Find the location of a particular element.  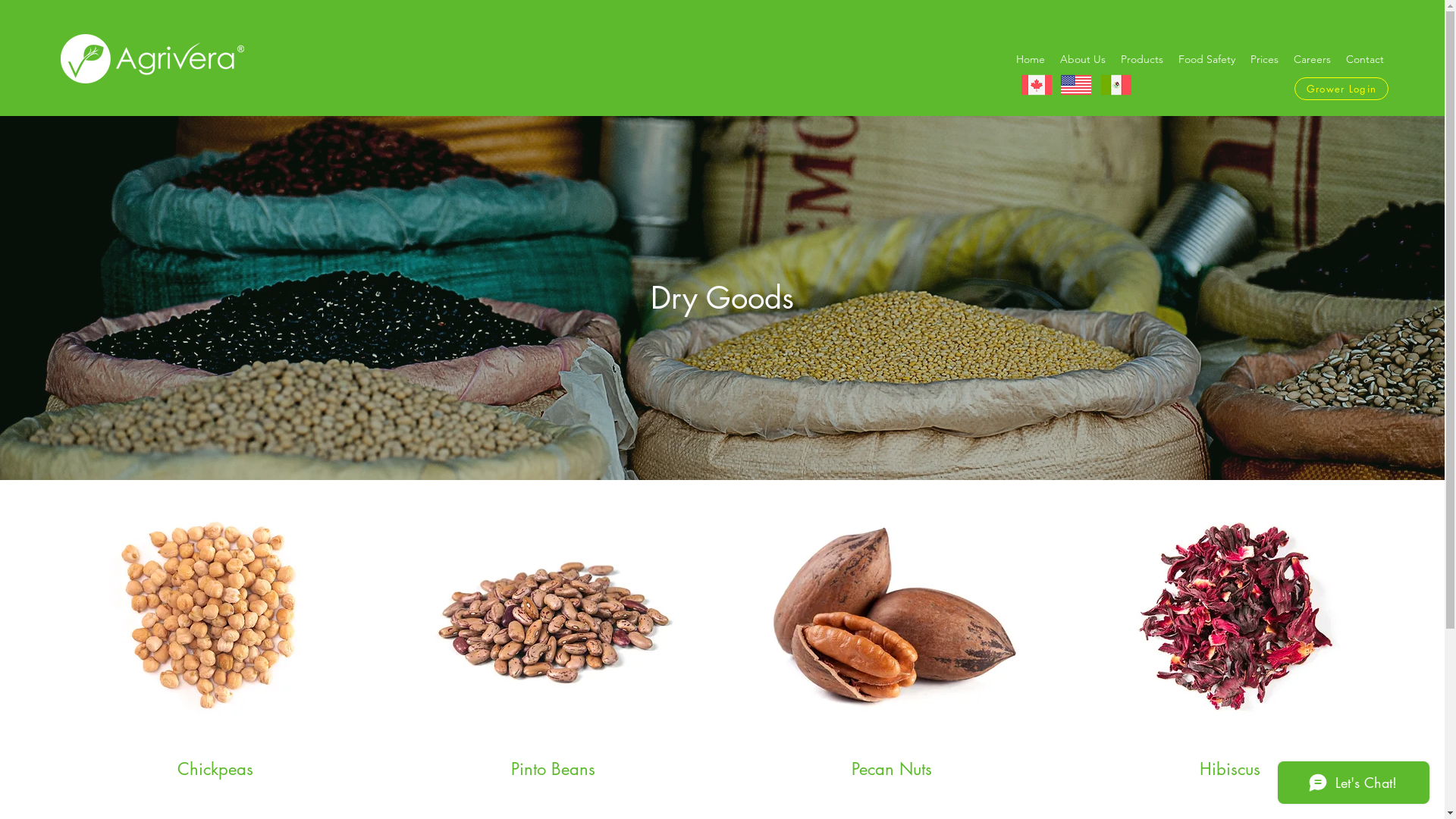

'About Us' is located at coordinates (1081, 58).